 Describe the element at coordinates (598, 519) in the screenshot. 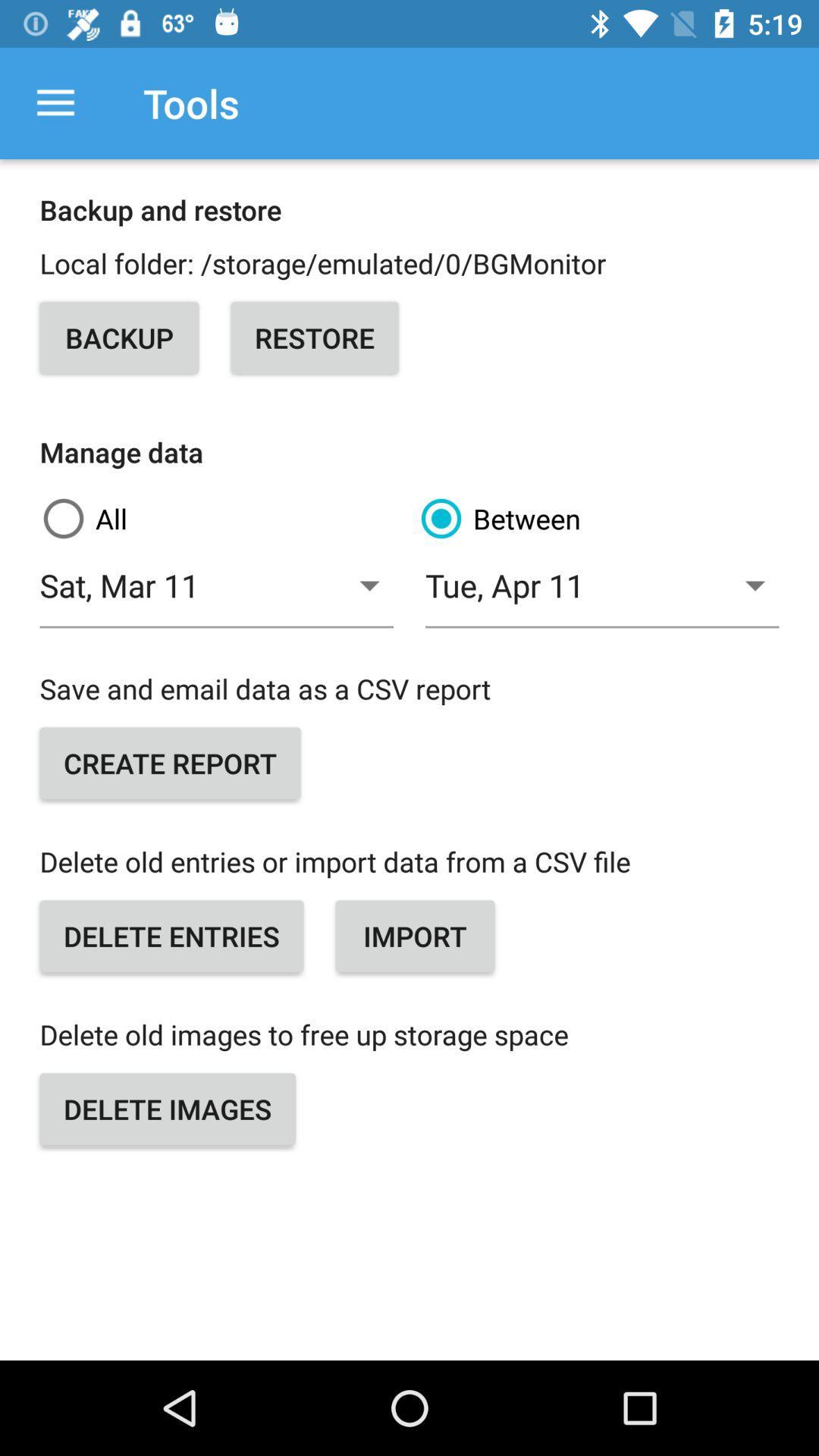

I see `the item below restore item` at that location.